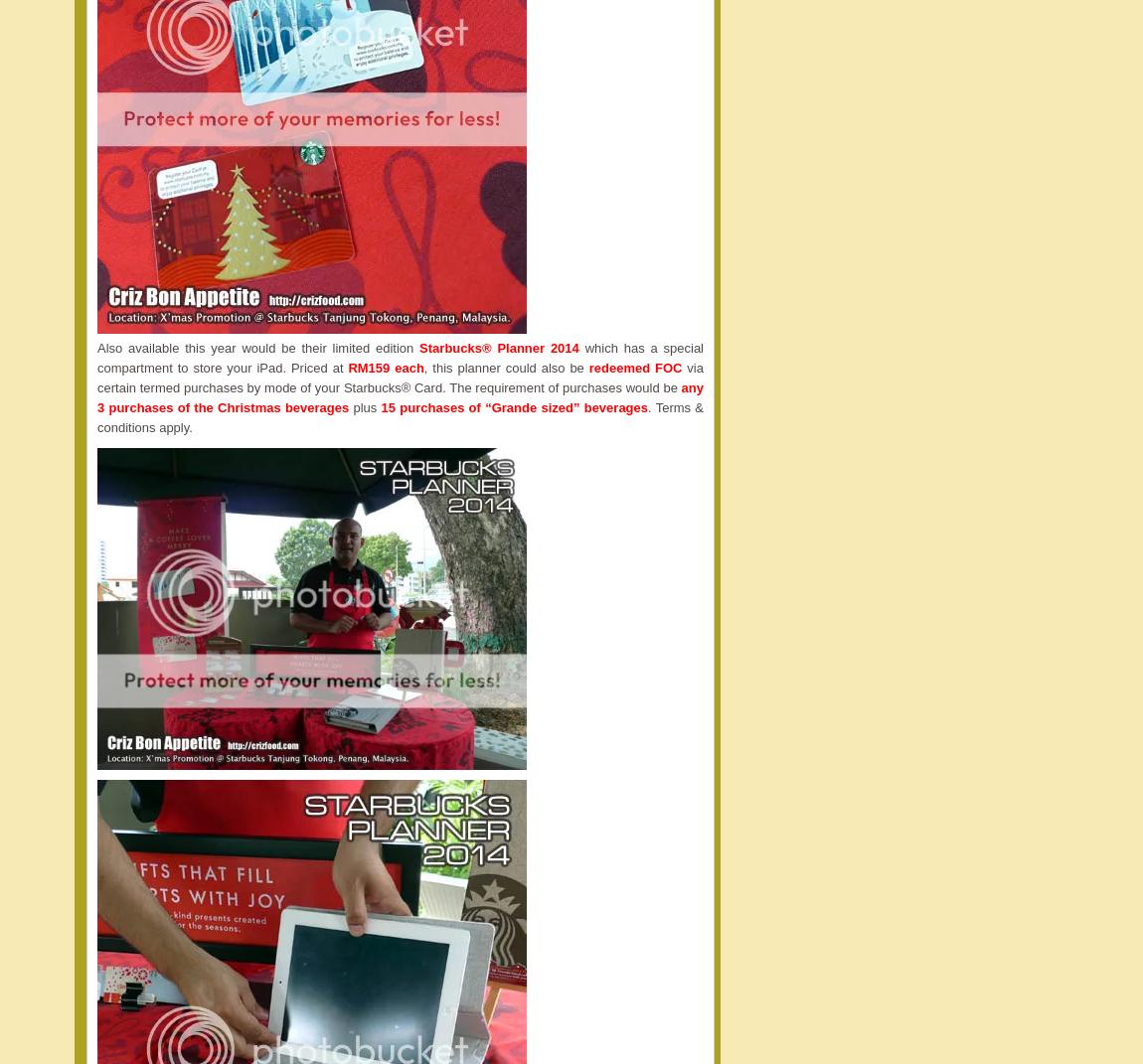  Describe the element at coordinates (400, 357) in the screenshot. I see `'which has a special compartment to store your iPad. Priced at'` at that location.